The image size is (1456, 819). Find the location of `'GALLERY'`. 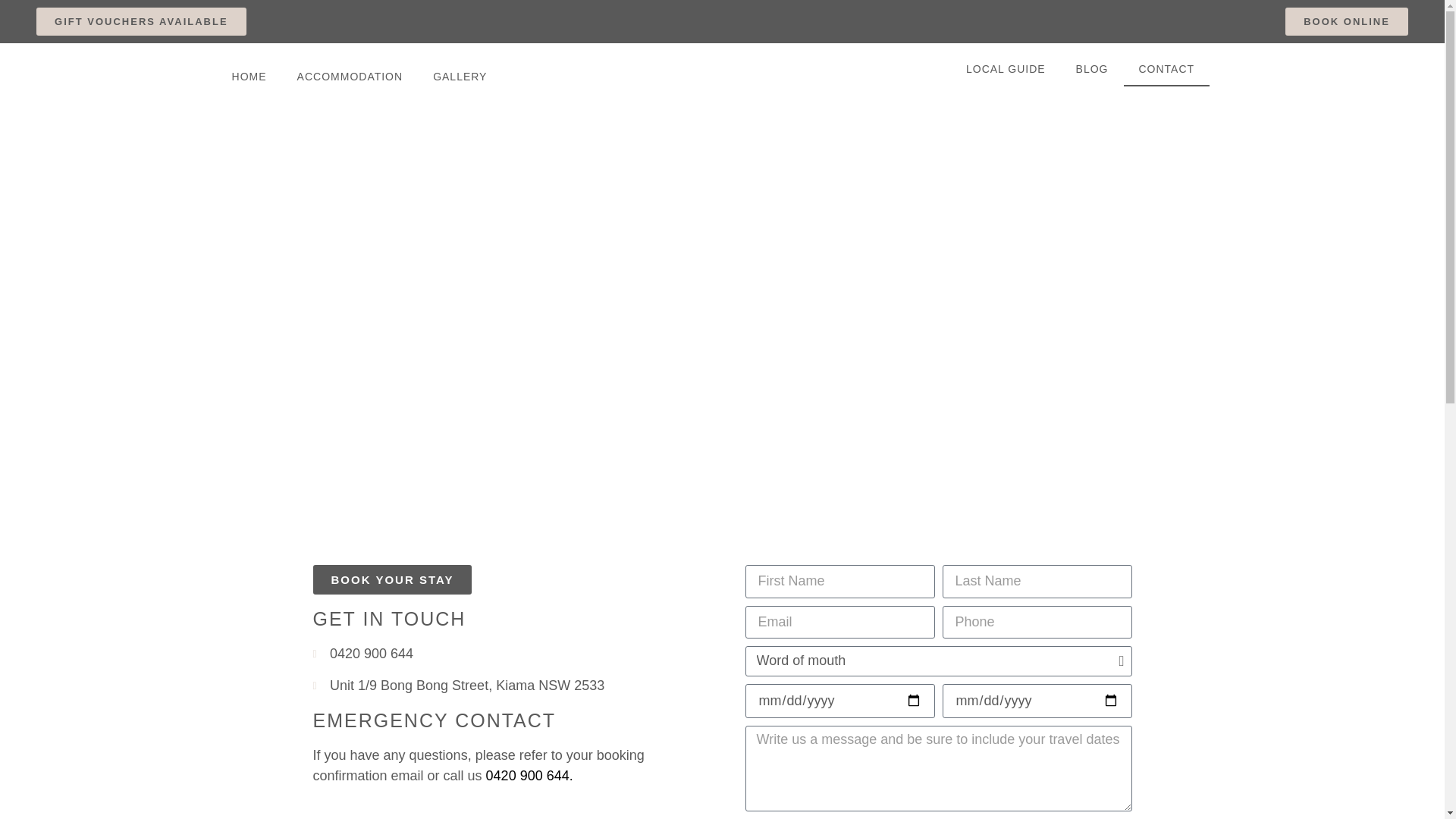

'GALLERY' is located at coordinates (459, 76).